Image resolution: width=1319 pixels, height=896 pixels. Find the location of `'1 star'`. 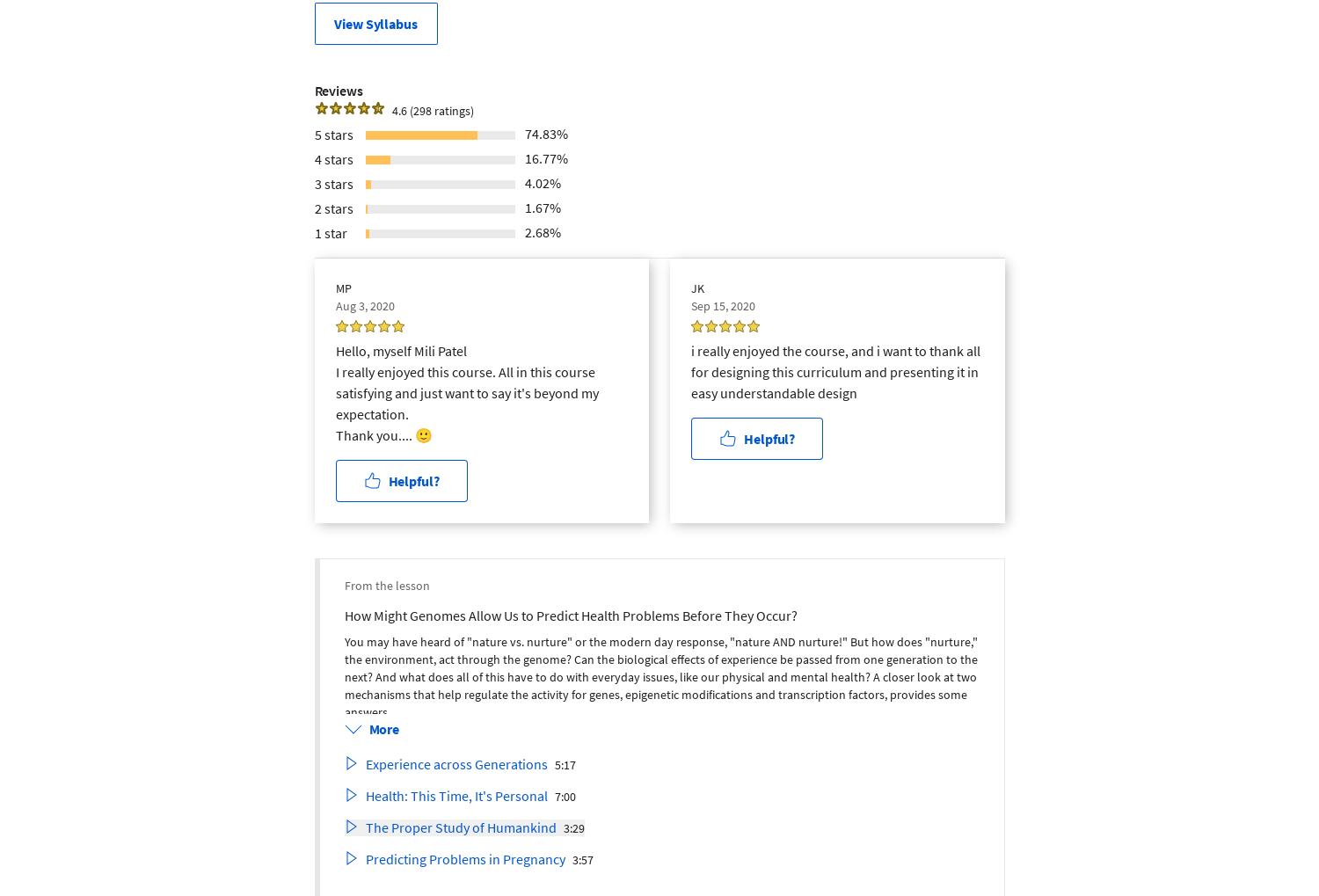

'1 star' is located at coordinates (330, 232).